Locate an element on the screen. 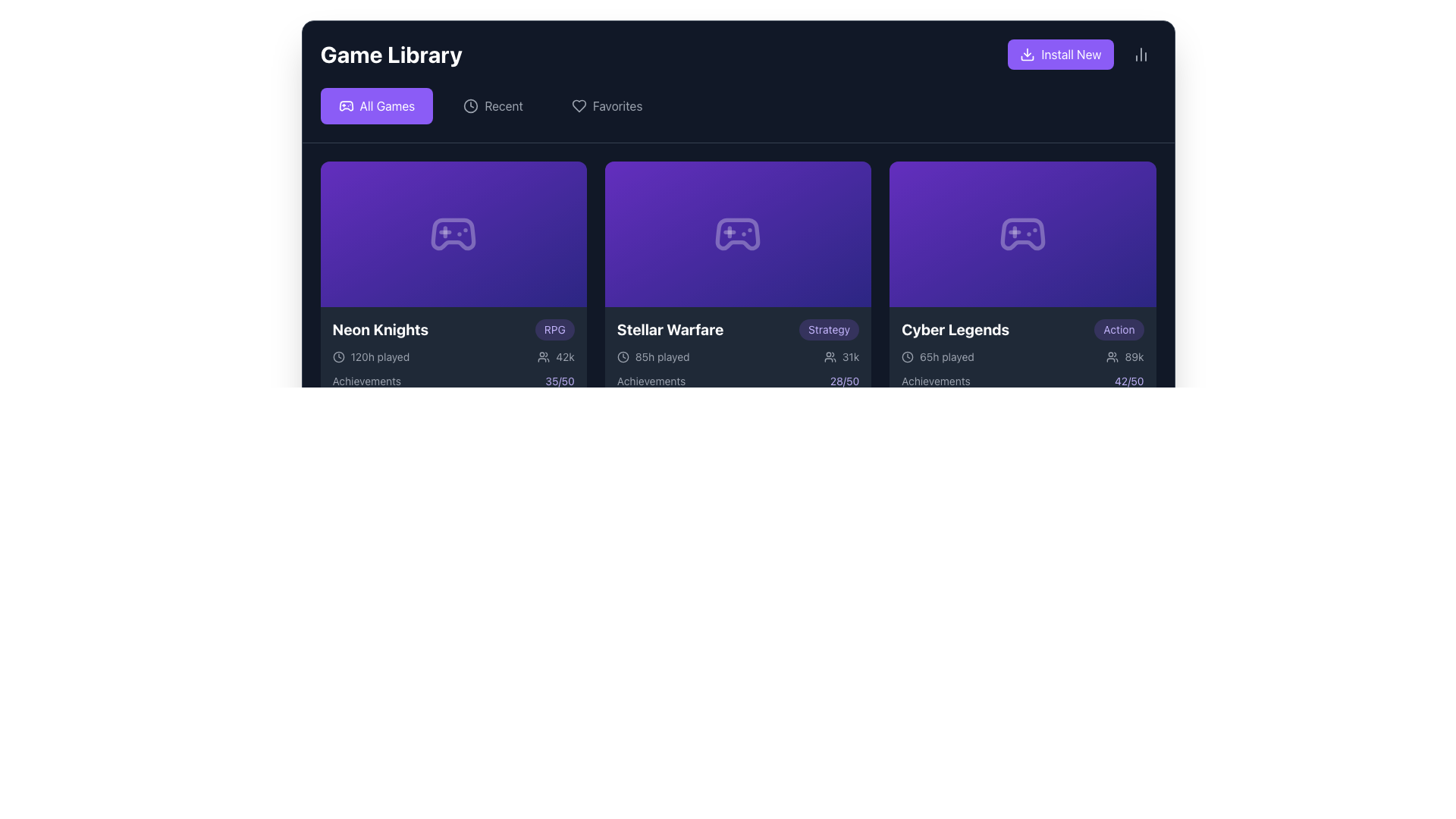 The image size is (1456, 819). the static text label displaying the amount of time played for the game, located under the 'Cyber Legends' card in the third column of the game list is located at coordinates (937, 356).